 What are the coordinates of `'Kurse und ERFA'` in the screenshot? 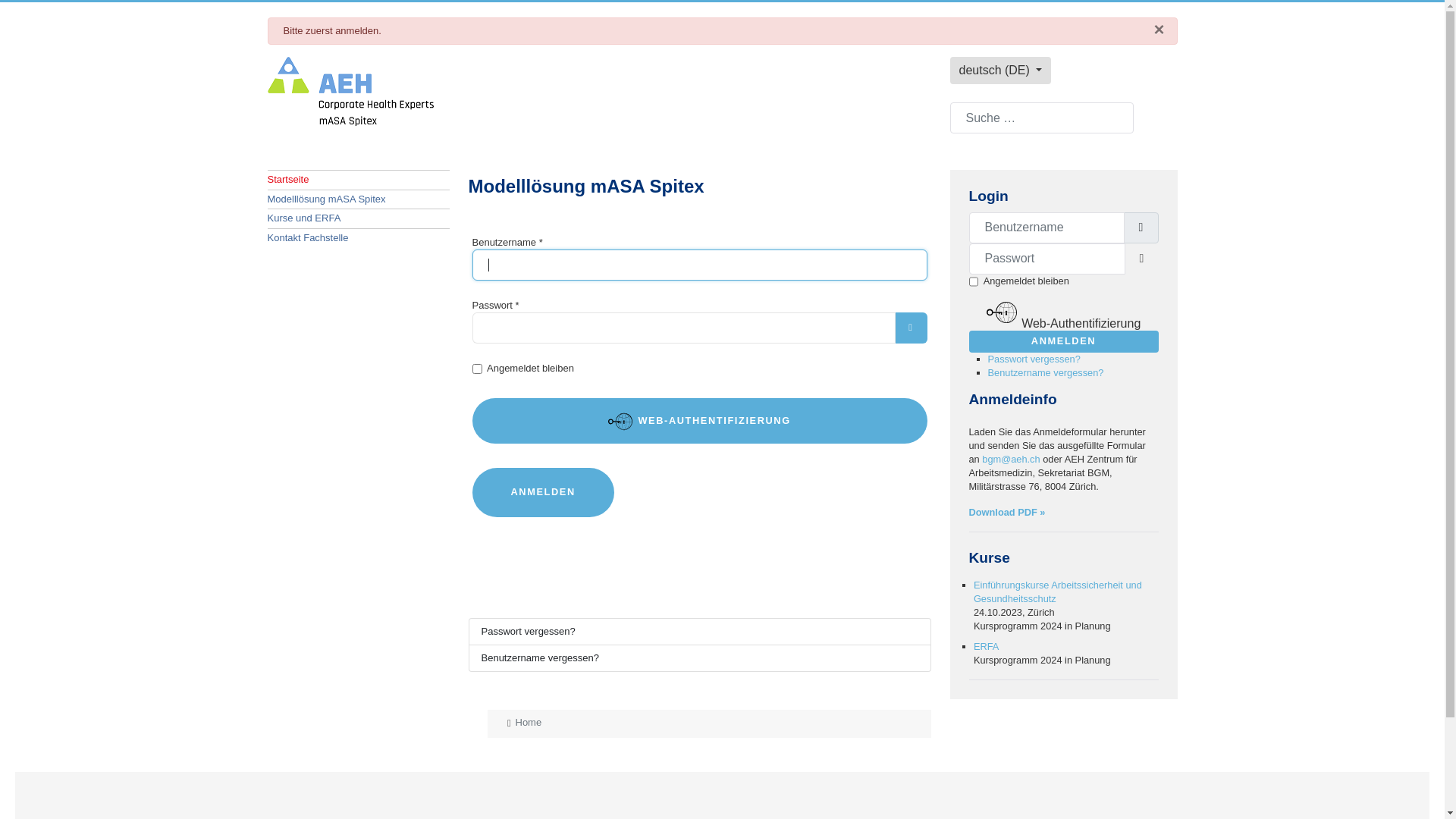 It's located at (356, 218).